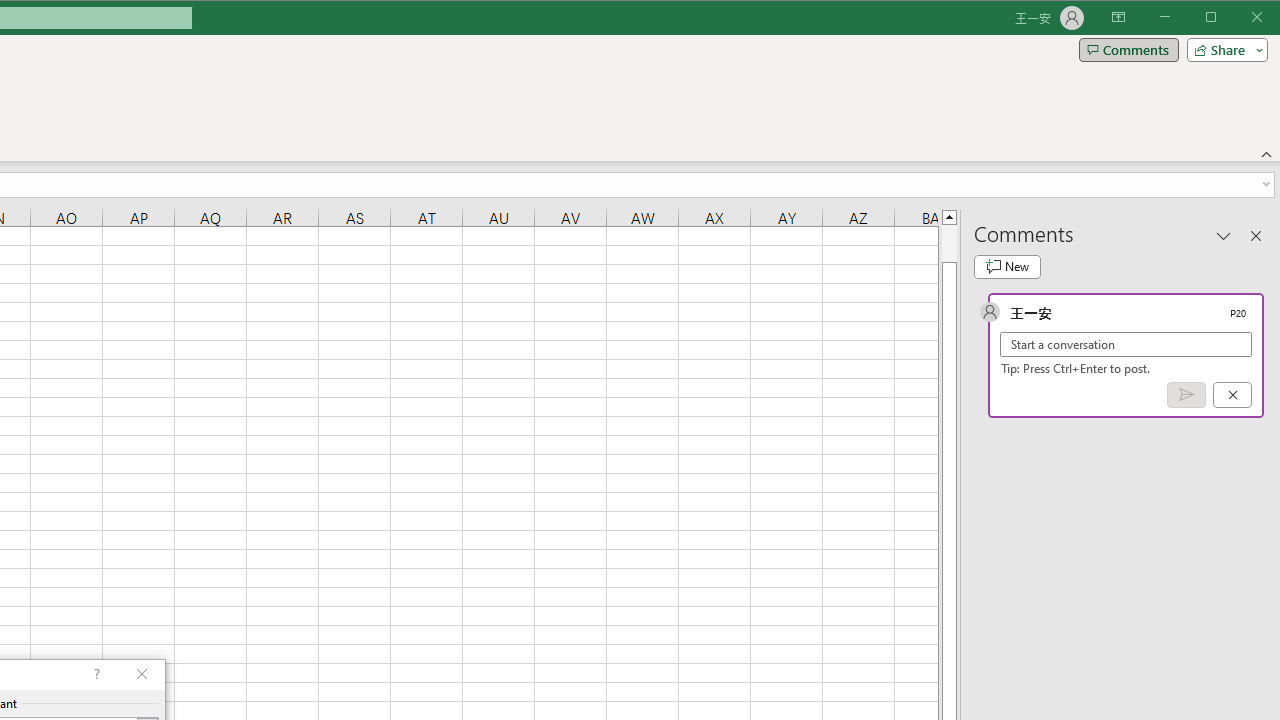  What do you see at coordinates (1266, 153) in the screenshot?
I see `'Collapse the Ribbon'` at bounding box center [1266, 153].